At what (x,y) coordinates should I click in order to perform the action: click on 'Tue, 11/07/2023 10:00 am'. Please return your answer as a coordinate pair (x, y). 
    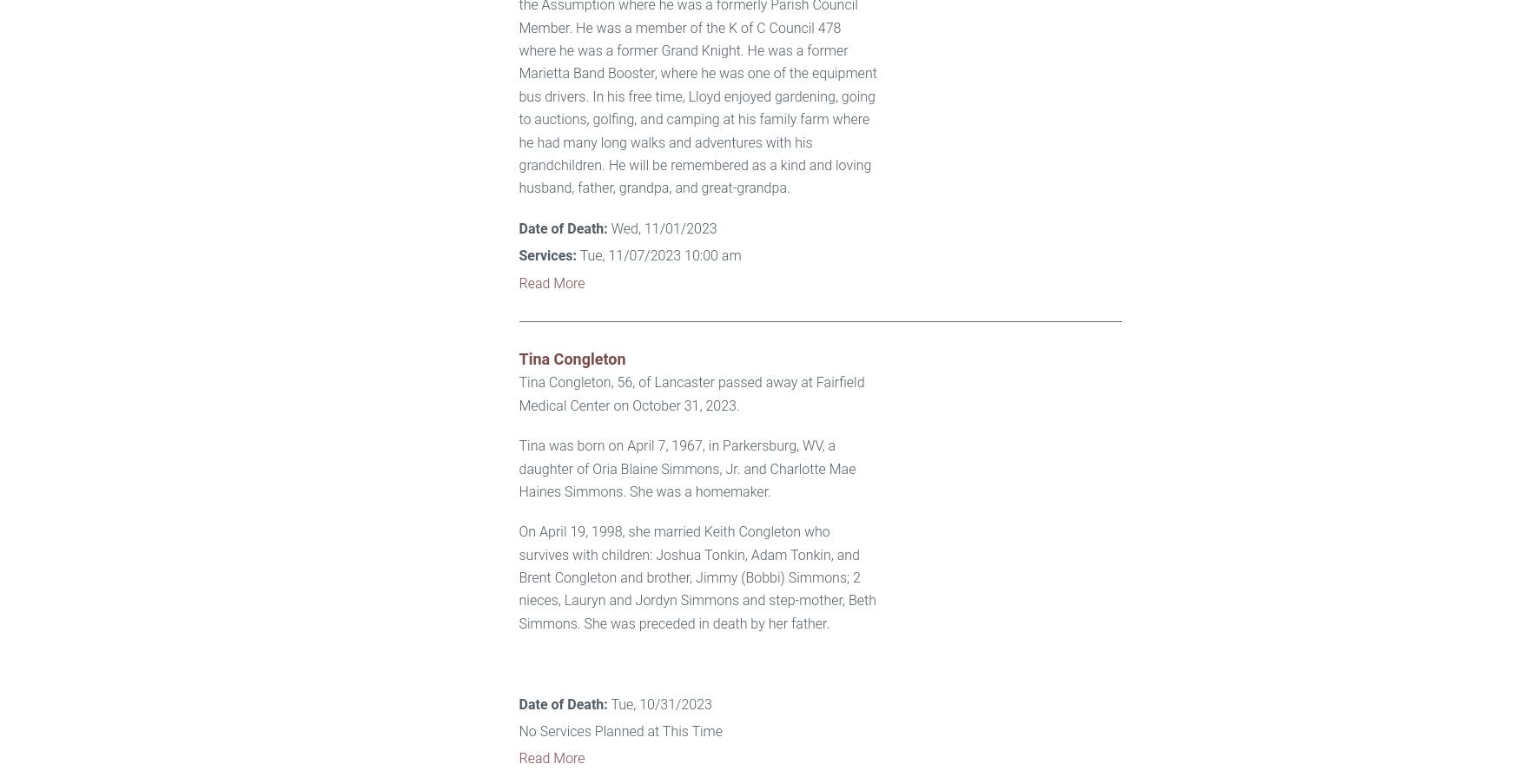
    Looking at the image, I should click on (658, 254).